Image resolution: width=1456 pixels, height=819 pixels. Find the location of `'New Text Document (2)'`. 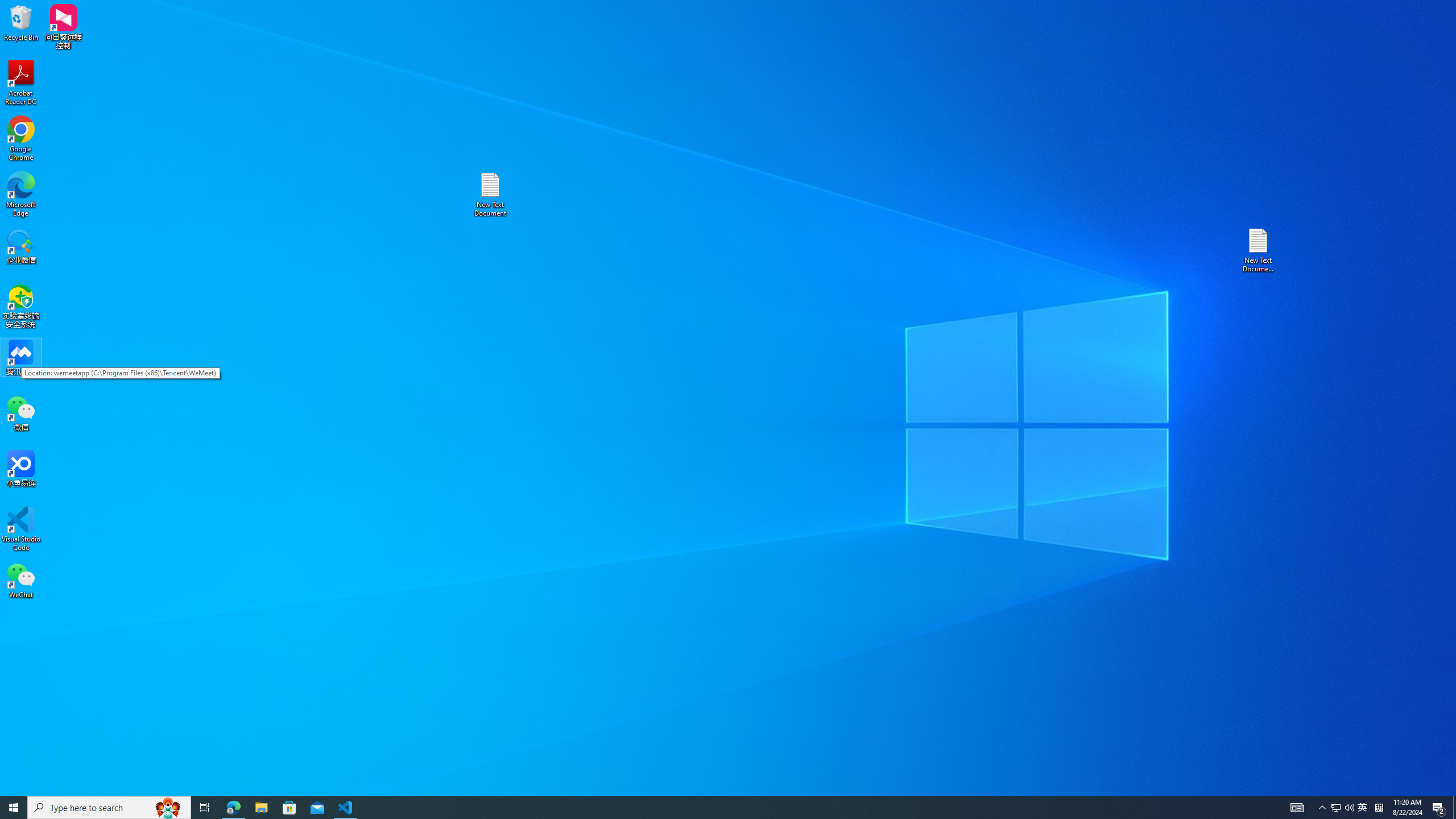

'New Text Document (2)' is located at coordinates (1259, 249).